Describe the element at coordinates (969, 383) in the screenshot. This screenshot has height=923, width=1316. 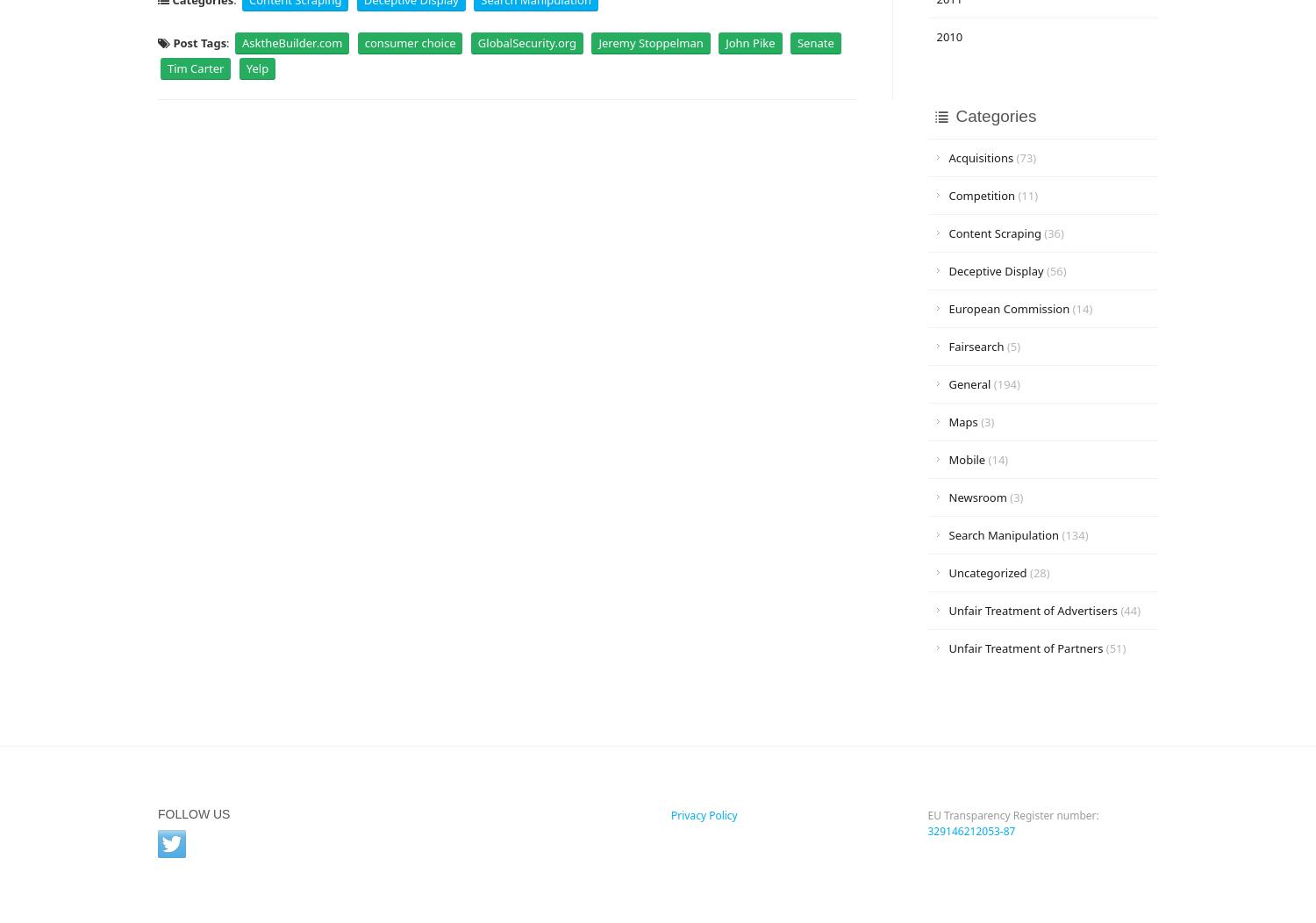
I see `'General'` at that location.